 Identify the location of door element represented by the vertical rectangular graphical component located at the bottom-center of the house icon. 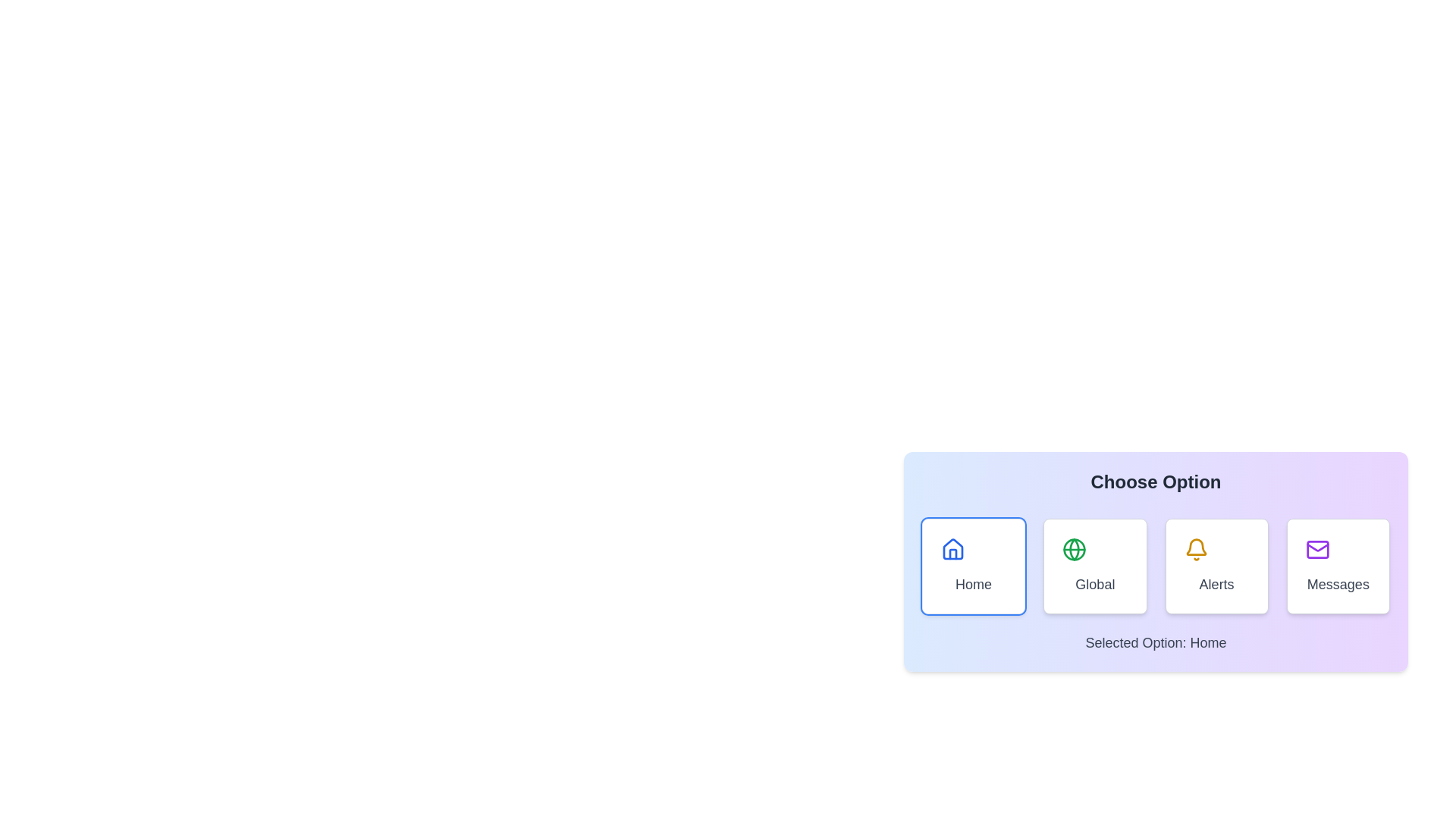
(952, 554).